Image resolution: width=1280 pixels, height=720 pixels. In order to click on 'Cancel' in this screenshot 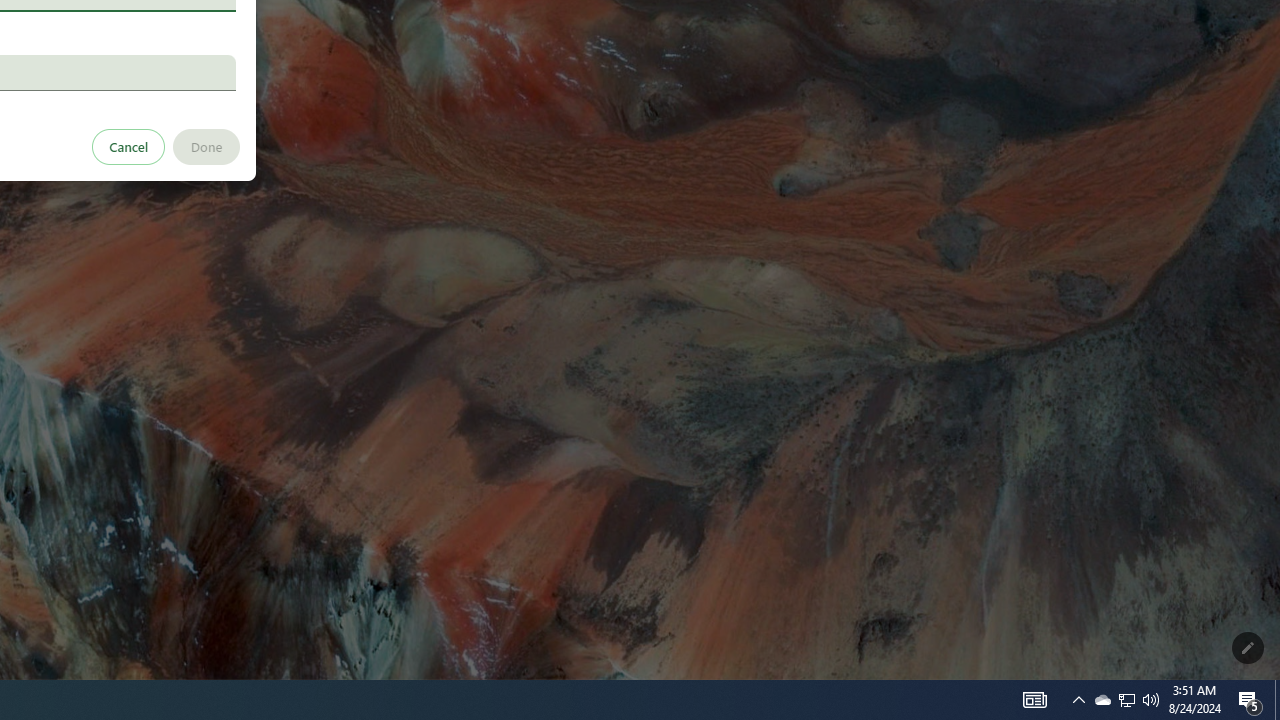, I will do `click(128, 145)`.